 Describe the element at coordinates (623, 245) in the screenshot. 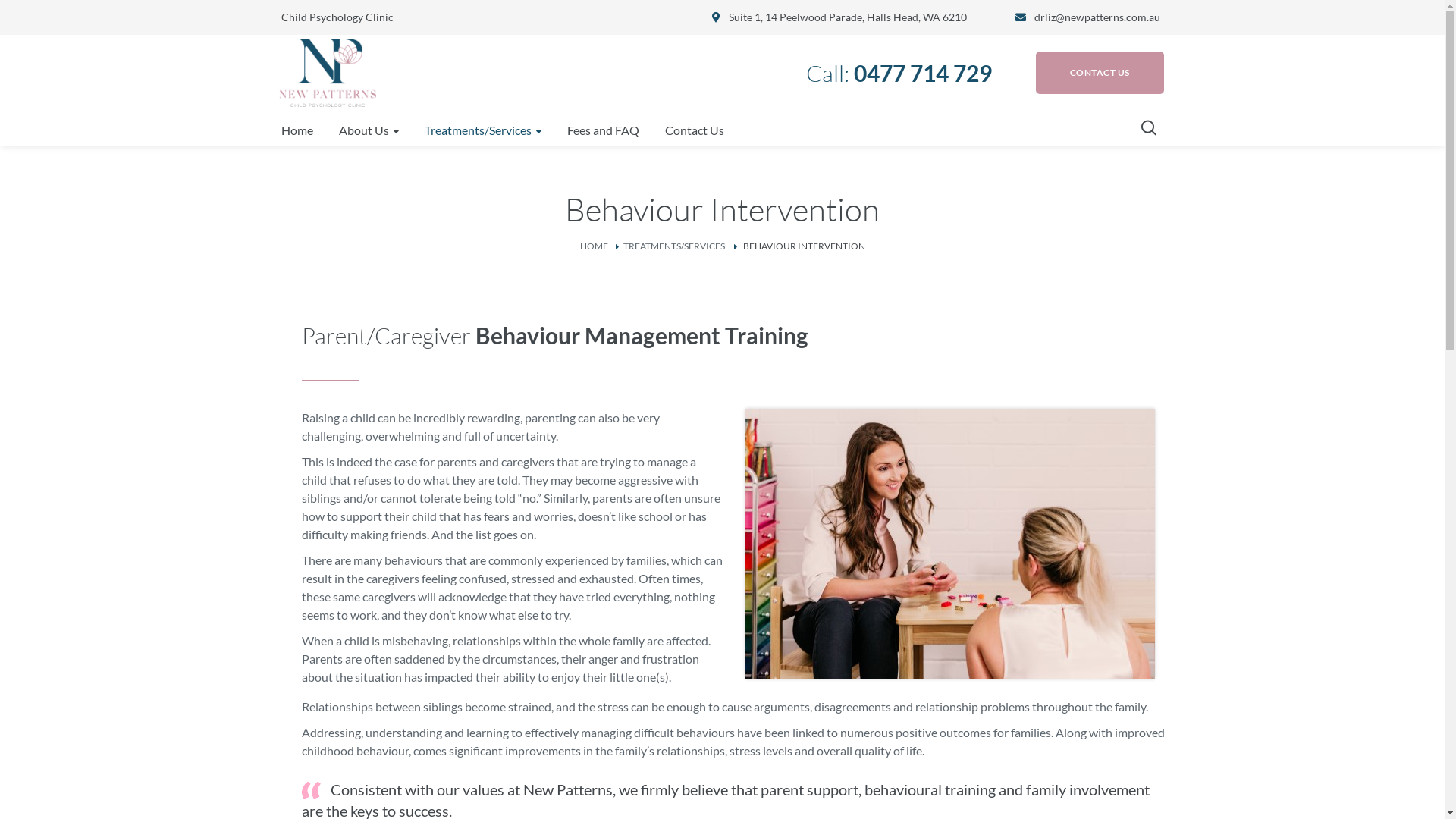

I see `'TREATMENTS/SERVICES'` at that location.